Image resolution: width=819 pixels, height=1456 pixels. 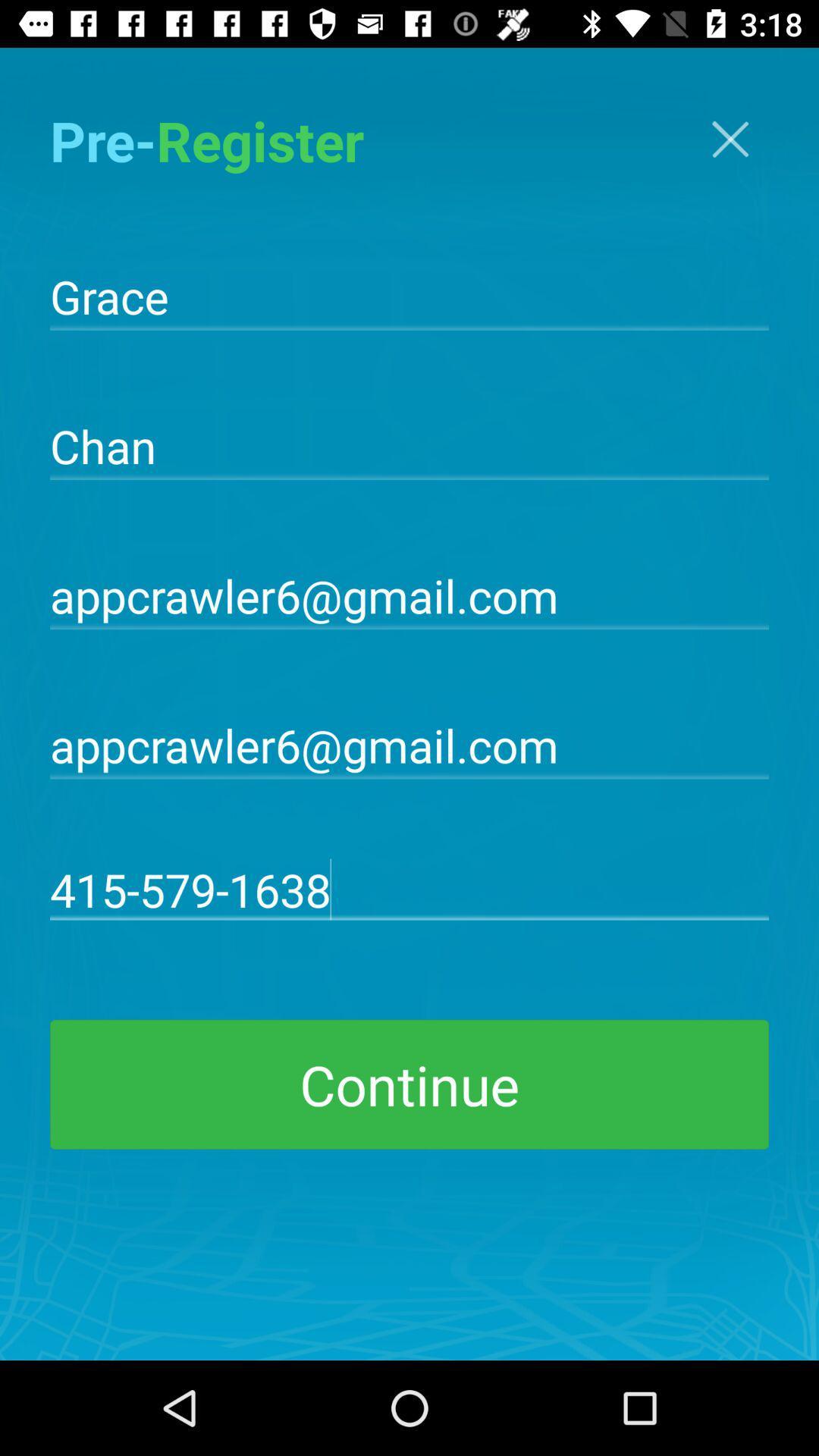 What do you see at coordinates (409, 295) in the screenshot?
I see `item below pre-register` at bounding box center [409, 295].